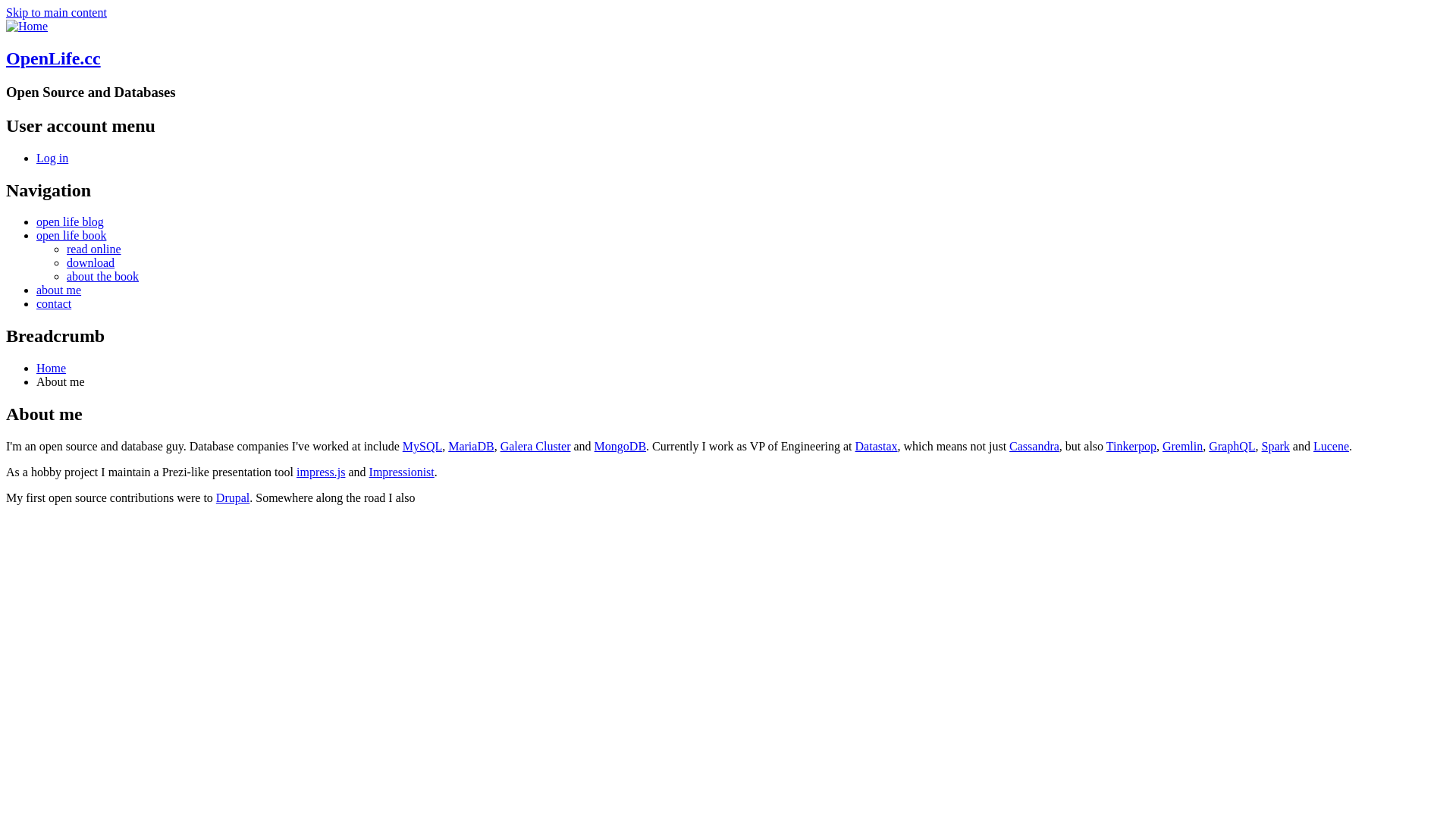 Image resolution: width=1456 pixels, height=819 pixels. Describe the element at coordinates (1330, 445) in the screenshot. I see `'Lucene'` at that location.